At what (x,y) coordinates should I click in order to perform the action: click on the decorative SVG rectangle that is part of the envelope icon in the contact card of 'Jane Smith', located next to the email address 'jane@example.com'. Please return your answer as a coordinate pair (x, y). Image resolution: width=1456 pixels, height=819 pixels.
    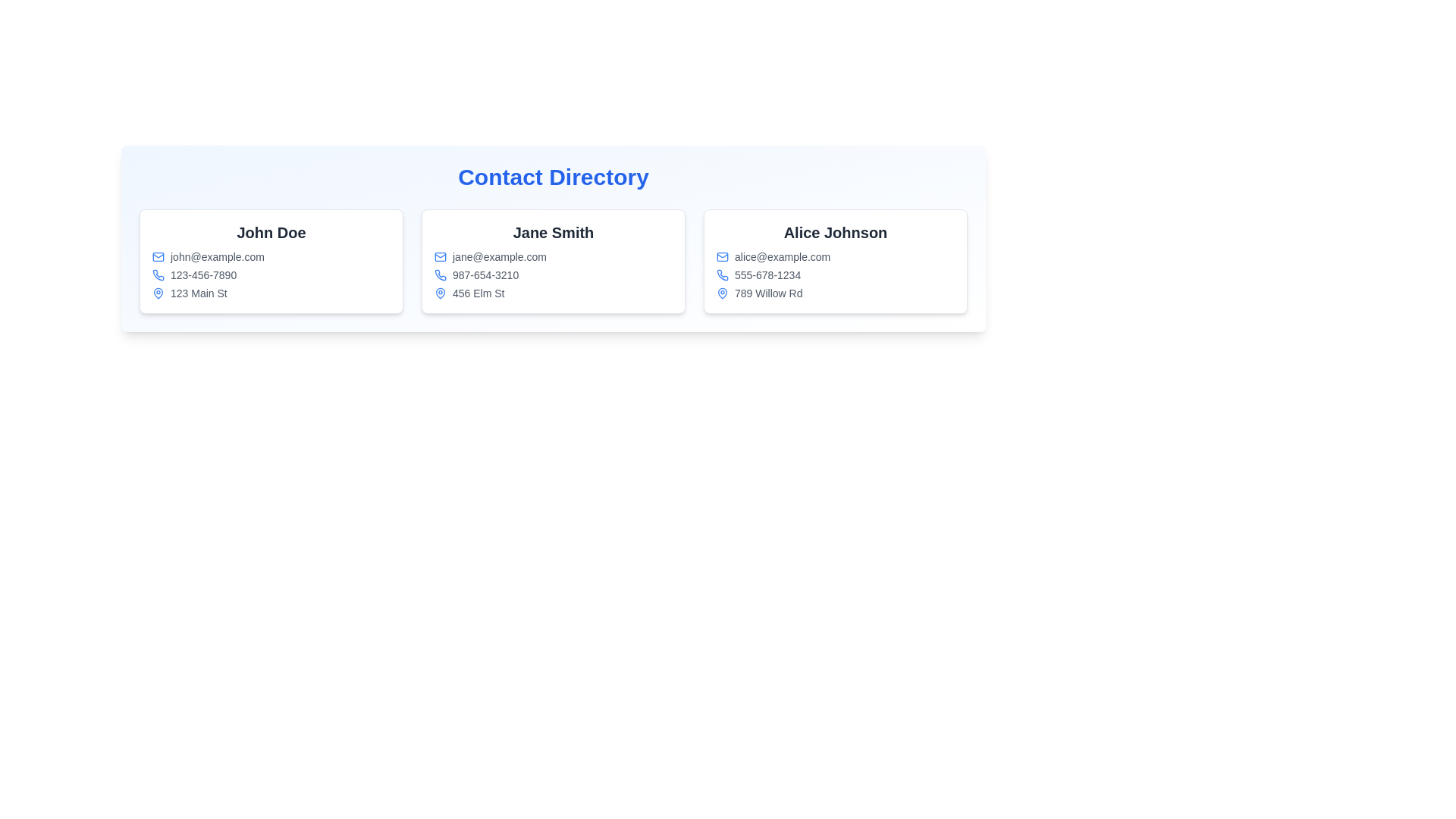
    Looking at the image, I should click on (439, 256).